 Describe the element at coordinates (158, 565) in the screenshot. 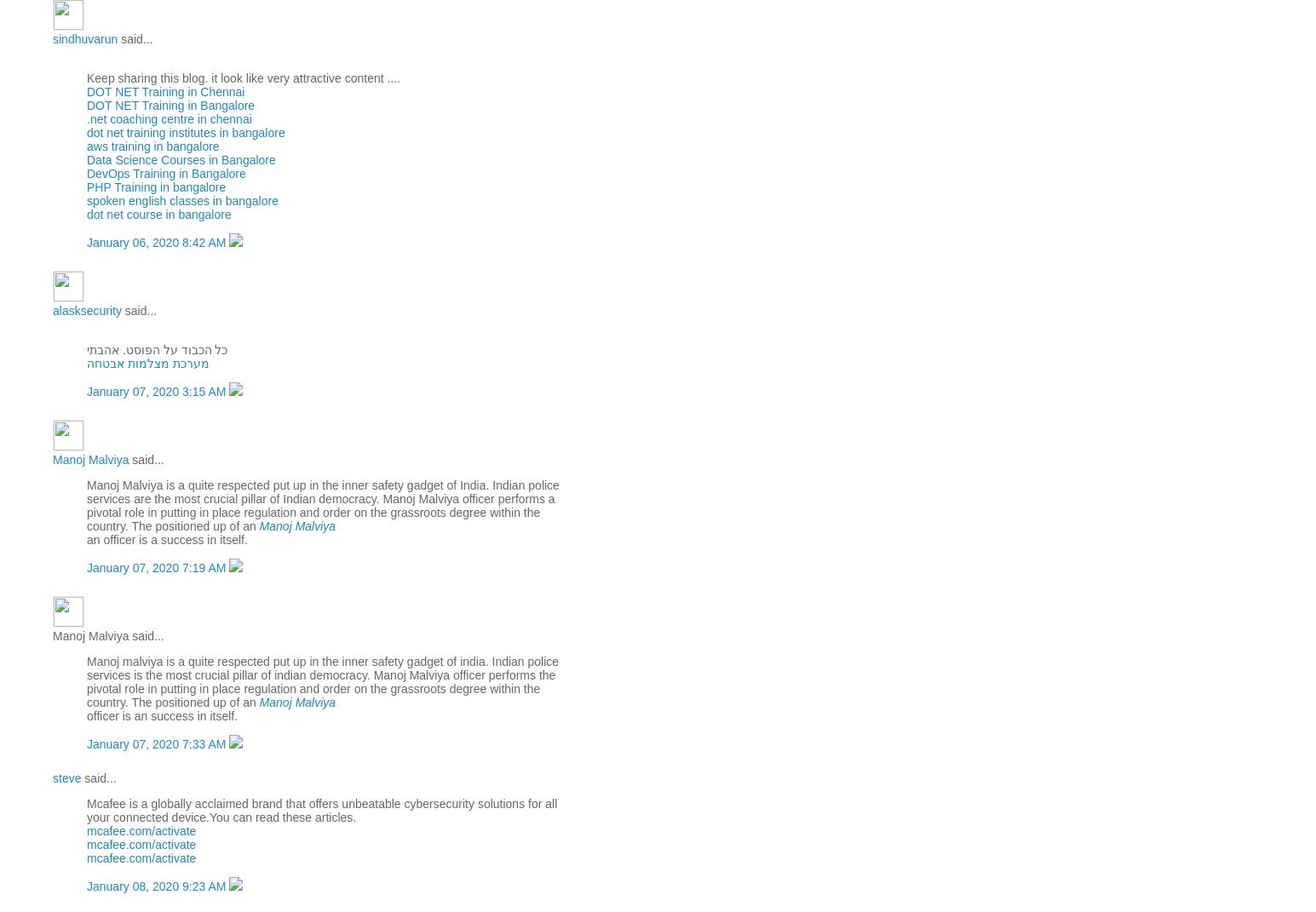

I see `'January 07, 2020 7:19 AM'` at that location.